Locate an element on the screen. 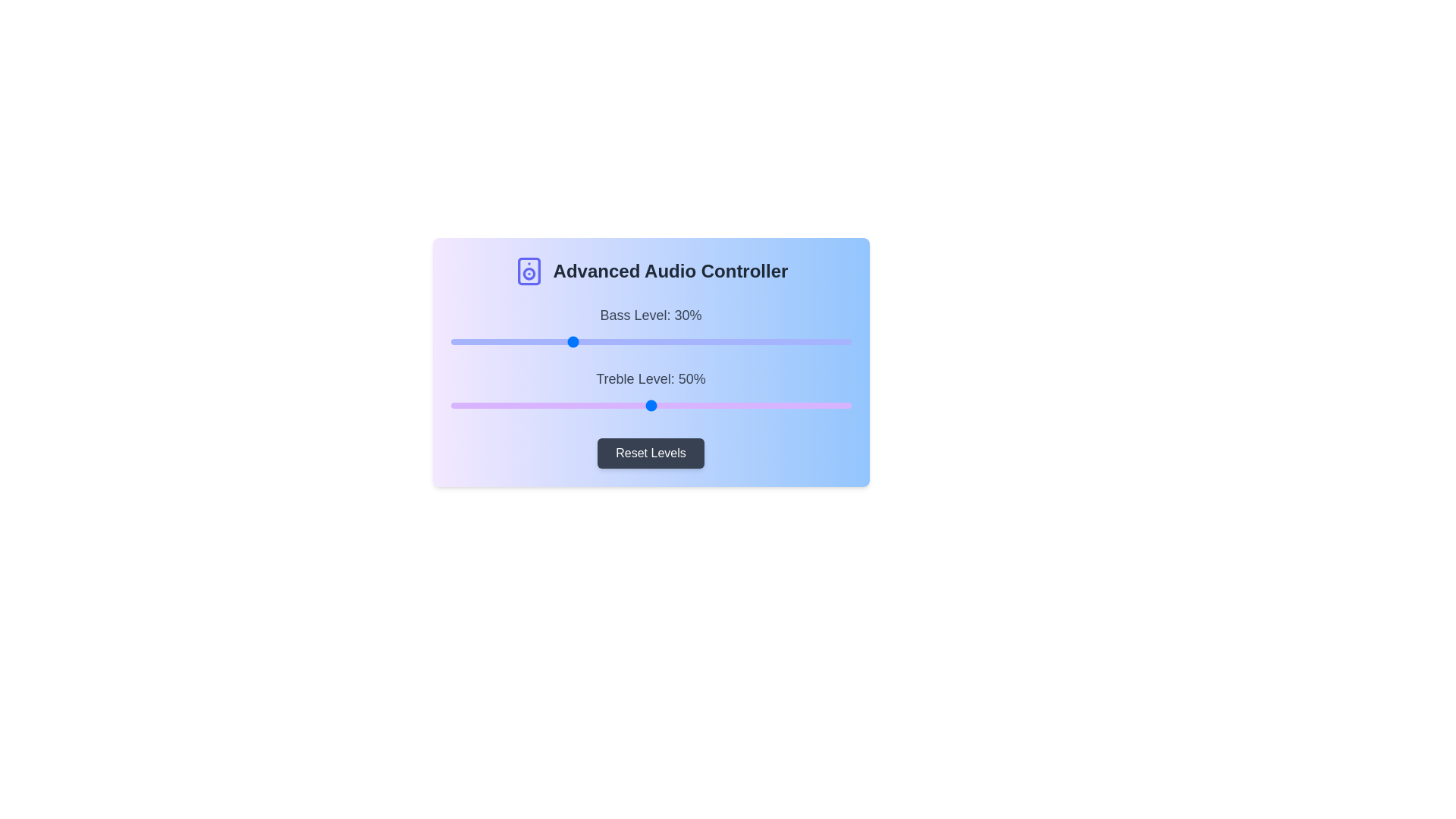 The width and height of the screenshot is (1456, 819). the bass level slider to 1% is located at coordinates (453, 342).